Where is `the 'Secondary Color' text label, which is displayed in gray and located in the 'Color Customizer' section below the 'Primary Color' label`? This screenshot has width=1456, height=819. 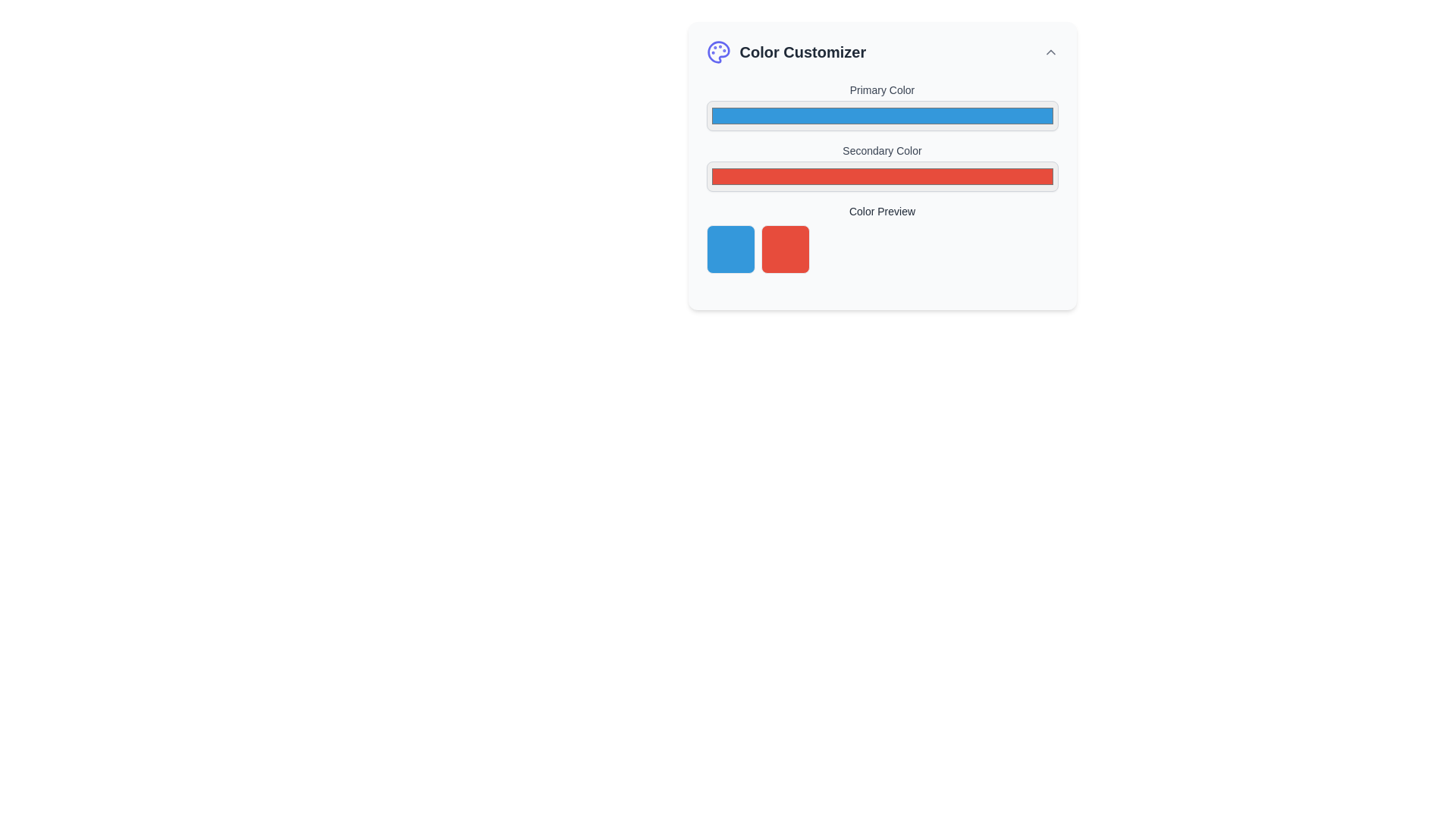
the 'Secondary Color' text label, which is displayed in gray and located in the 'Color Customizer' section below the 'Primary Color' label is located at coordinates (882, 151).